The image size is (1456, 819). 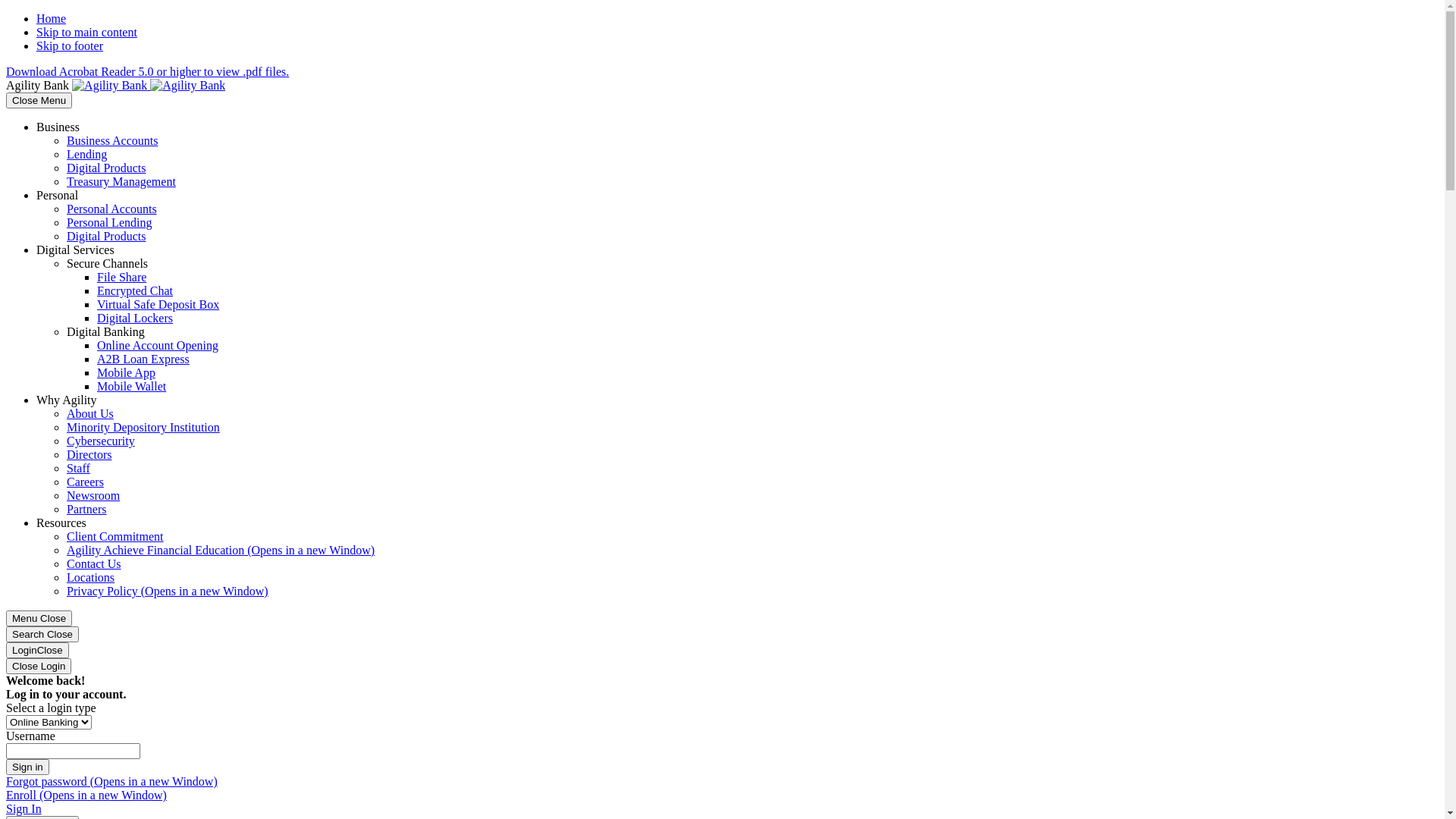 What do you see at coordinates (42, 634) in the screenshot?
I see `'Search Close'` at bounding box center [42, 634].